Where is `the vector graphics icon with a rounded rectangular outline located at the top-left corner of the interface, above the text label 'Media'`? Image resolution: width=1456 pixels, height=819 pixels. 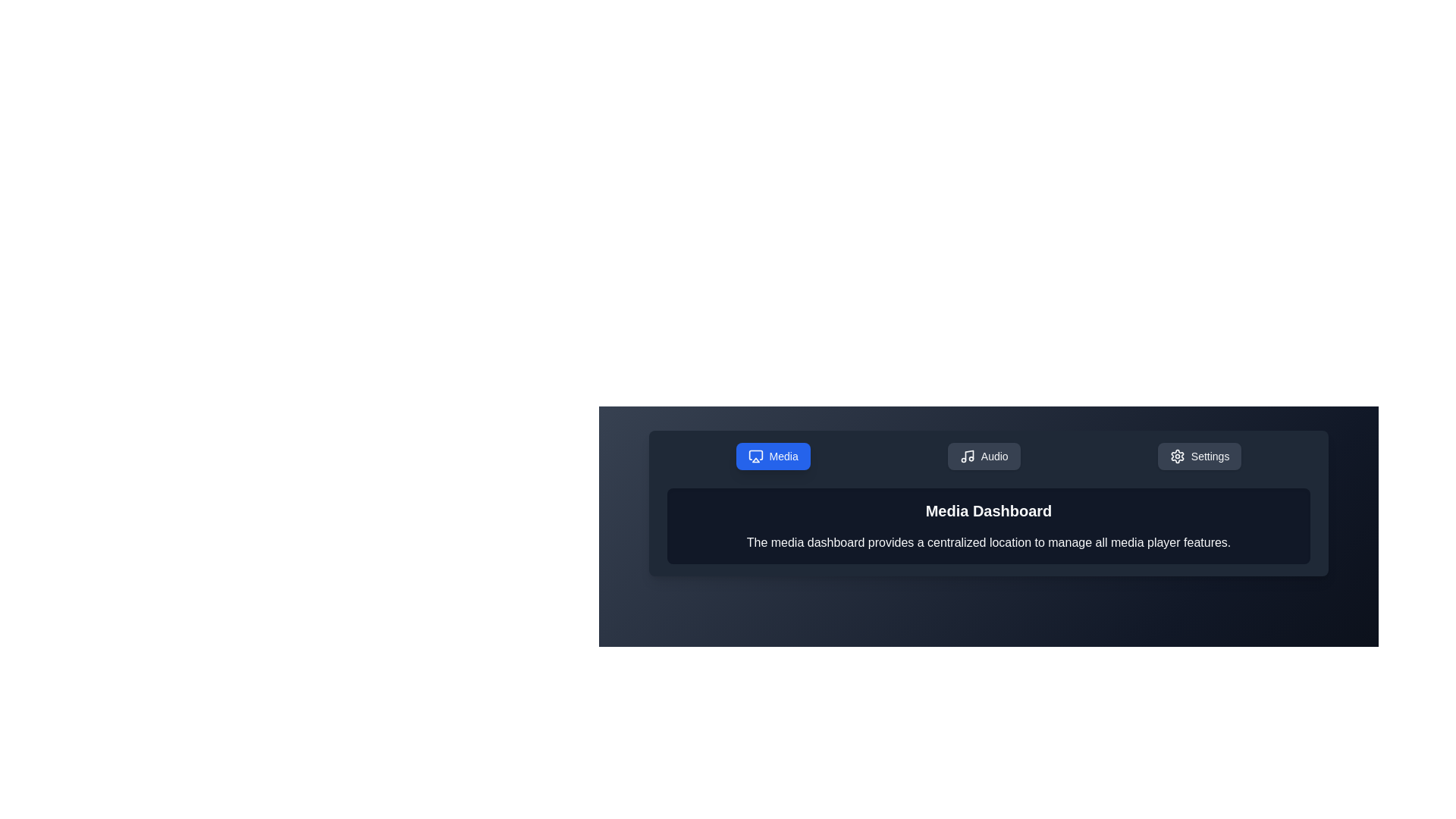
the vector graphics icon with a rounded rectangular outline located at the top-left corner of the interface, above the text label 'Media' is located at coordinates (755, 454).